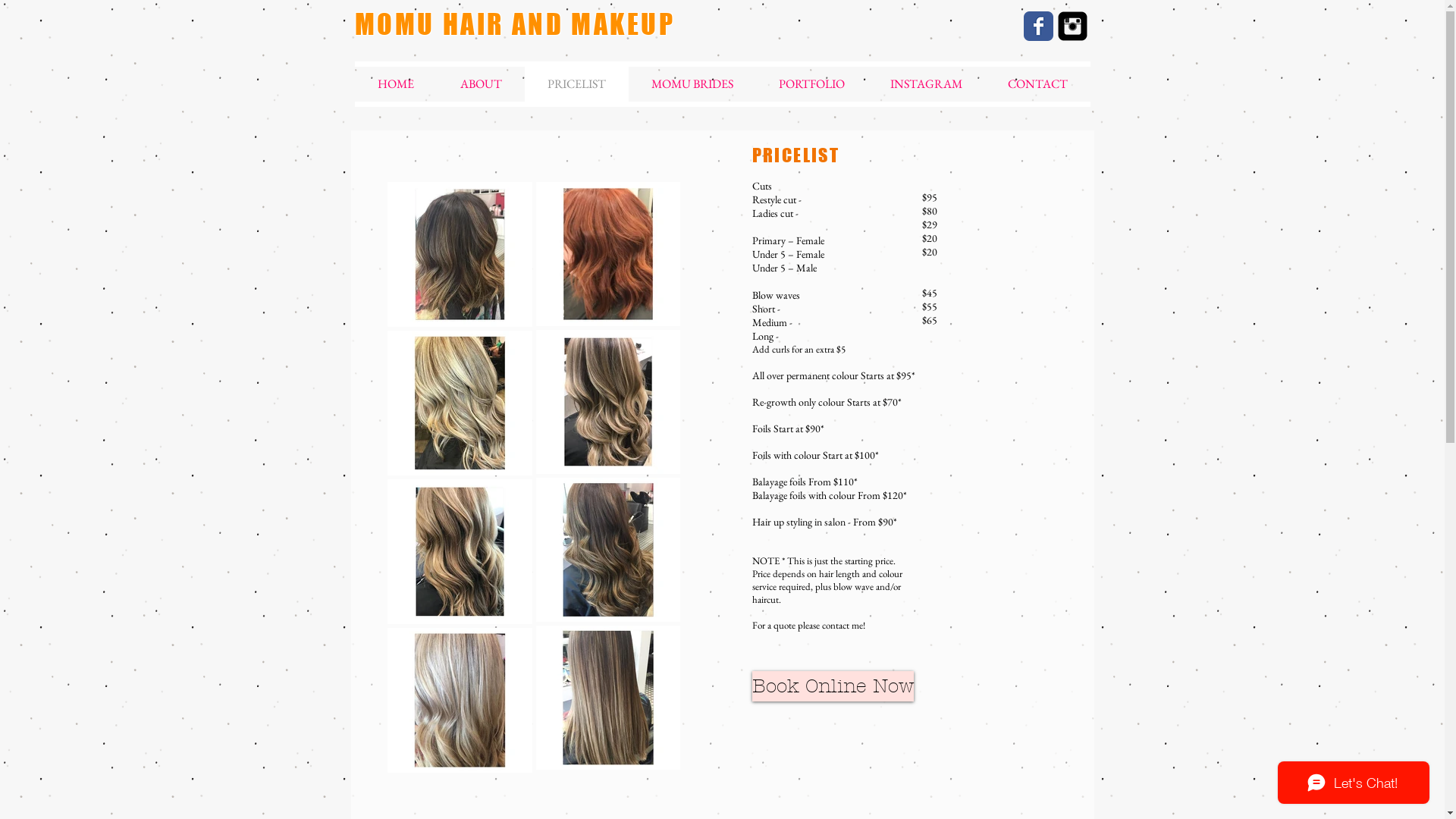 The image size is (1456, 819). What do you see at coordinates (1036, 84) in the screenshot?
I see `'CONTACT'` at bounding box center [1036, 84].